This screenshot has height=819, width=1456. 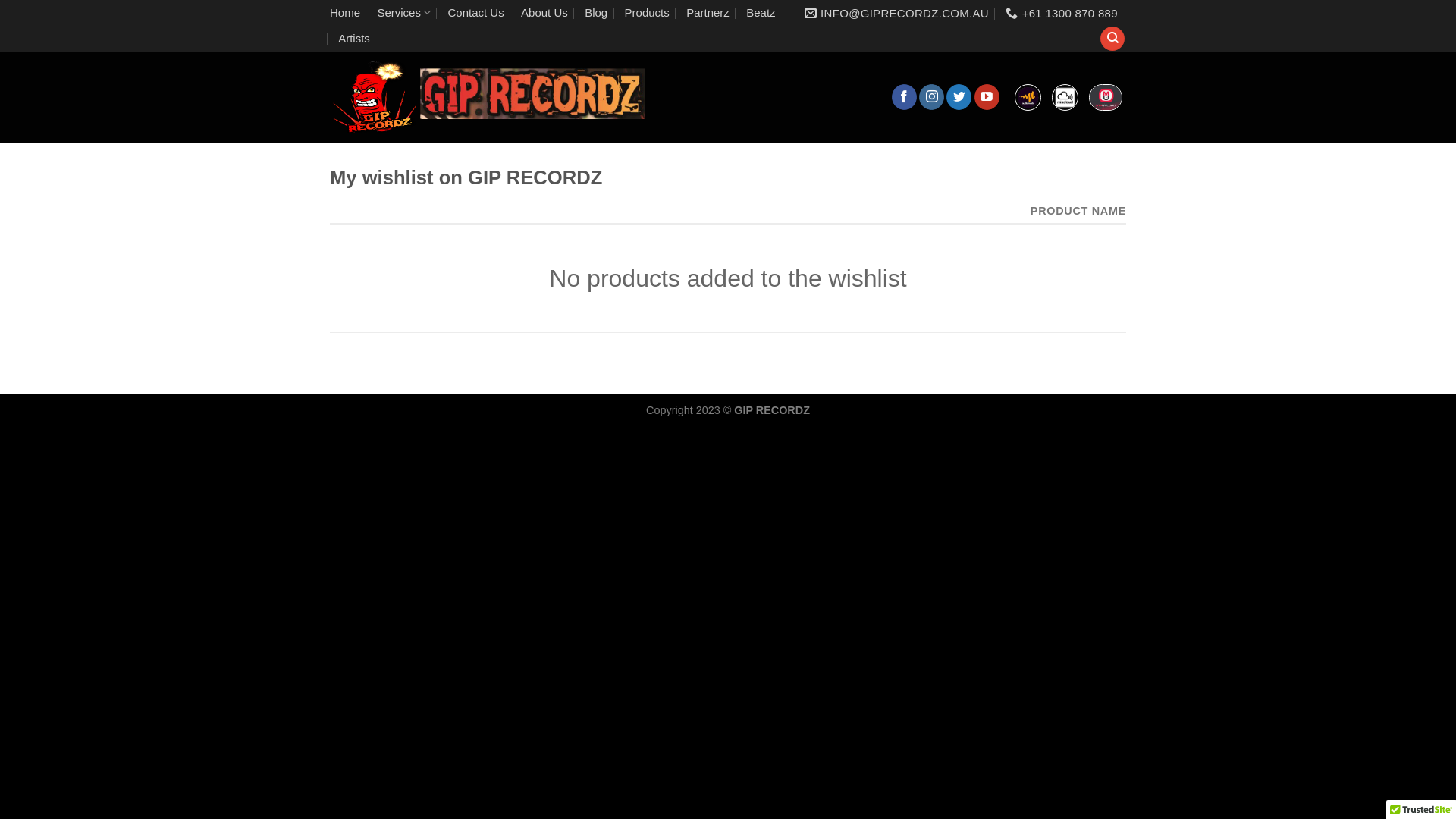 I want to click on 'Partnerz', so click(x=686, y=12).